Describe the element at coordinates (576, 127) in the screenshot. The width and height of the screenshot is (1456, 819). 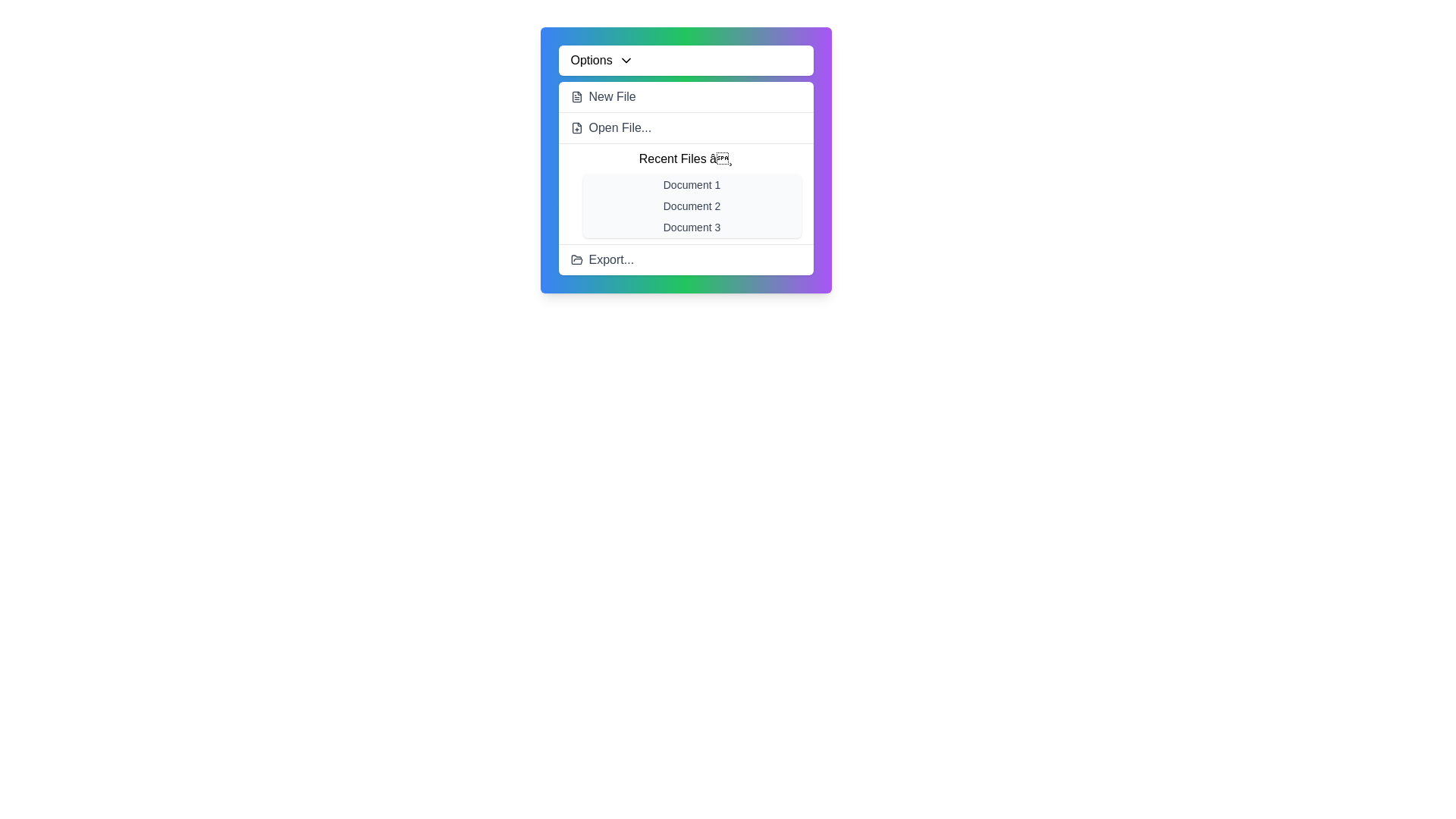
I see `the icon representing the action of opening a file, located to the left of the labeled menu item 'Open File...' in the second menu item of the vertical menu panel` at that location.